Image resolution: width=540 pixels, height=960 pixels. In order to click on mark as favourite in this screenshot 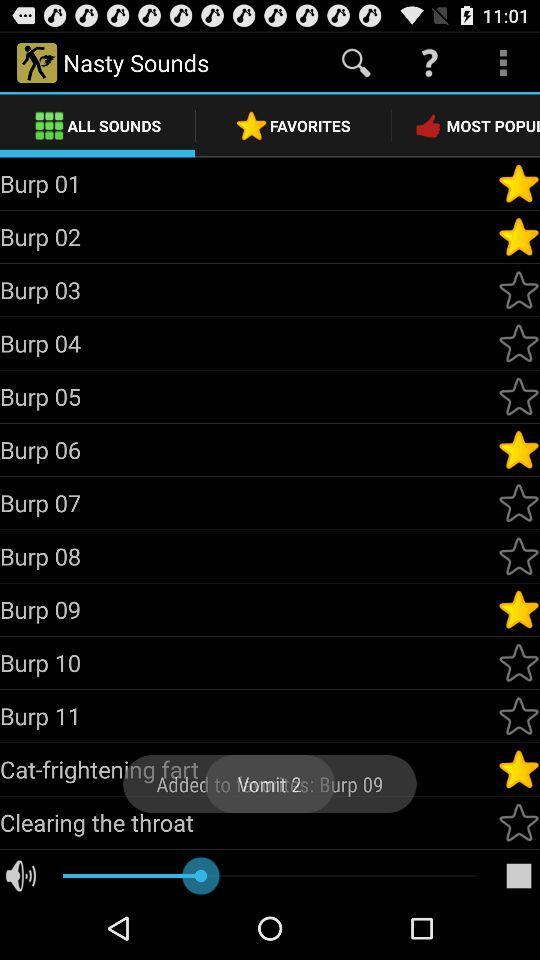, I will do `click(518, 450)`.